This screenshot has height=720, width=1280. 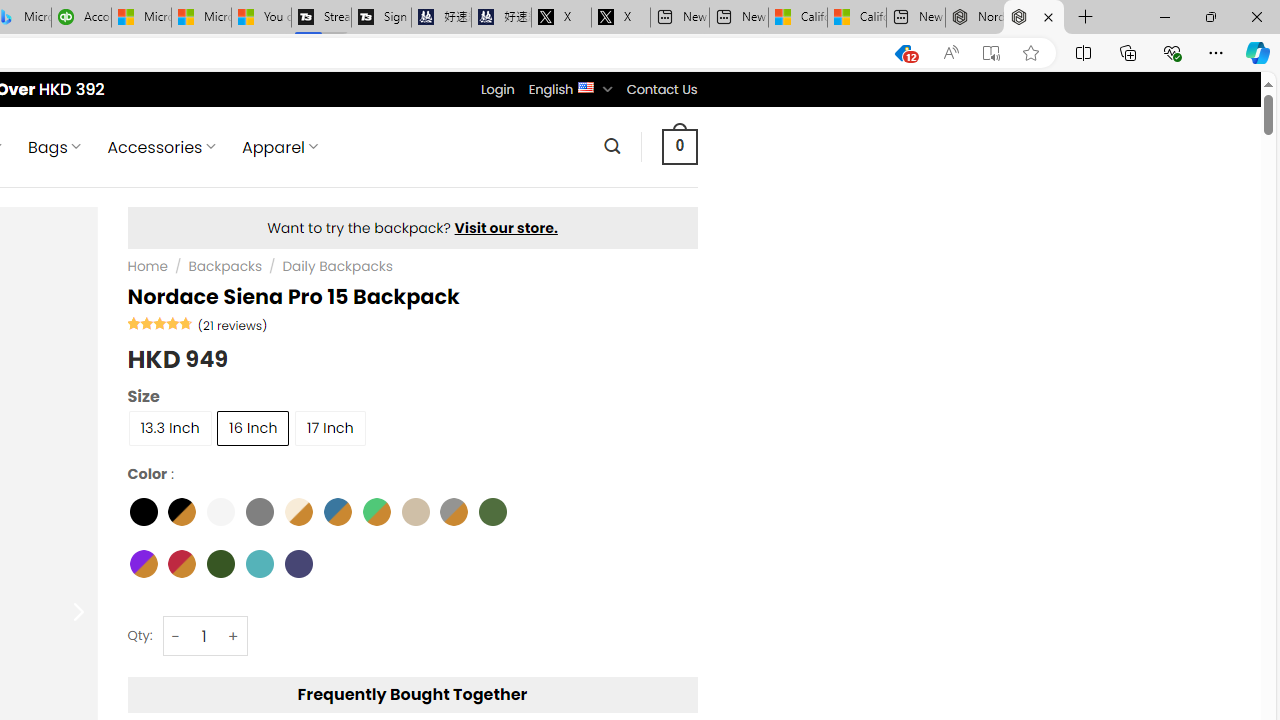 I want to click on 'Login', so click(x=497, y=88).